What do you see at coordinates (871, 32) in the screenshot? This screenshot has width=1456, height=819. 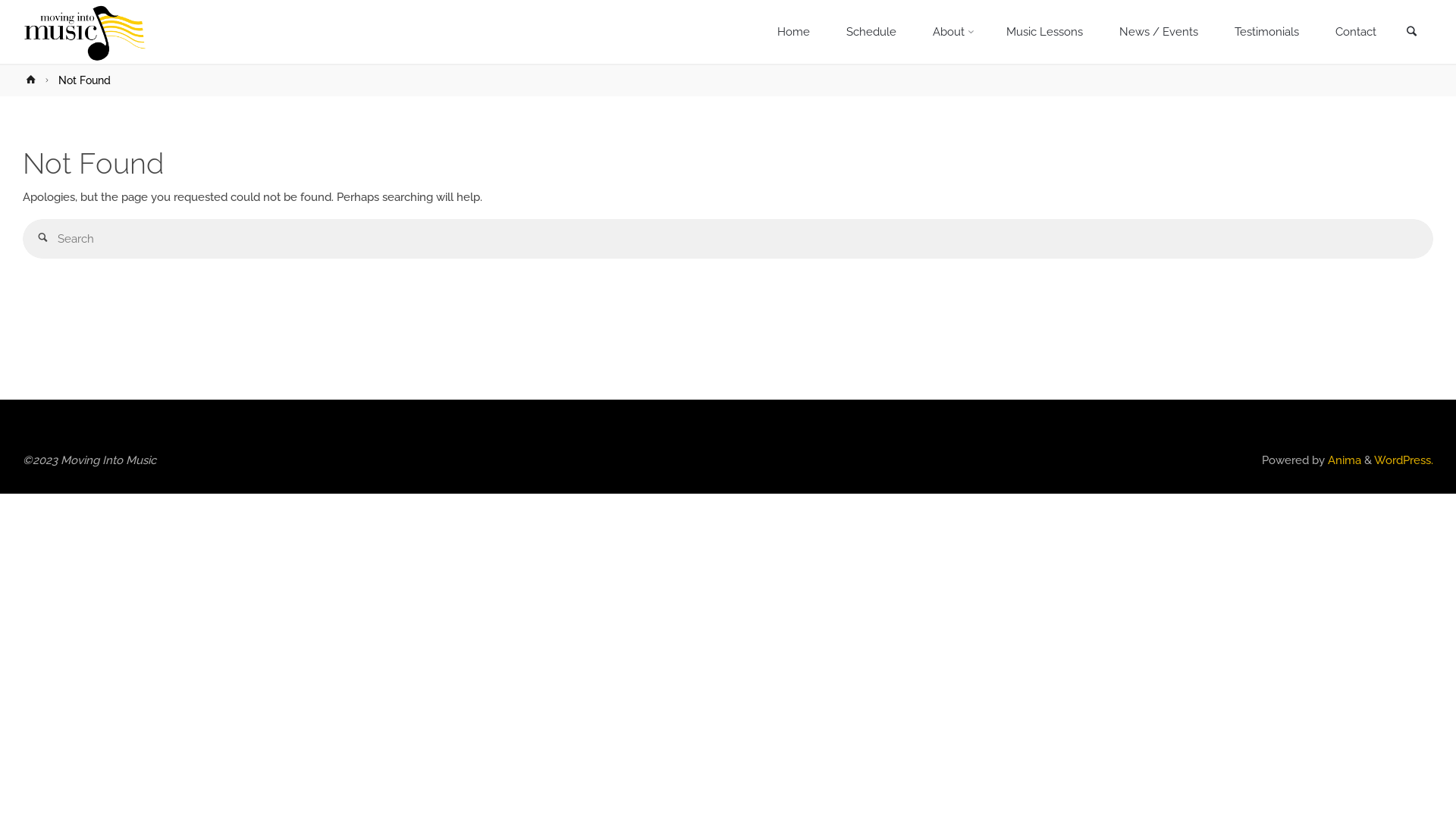 I see `'Schedule'` at bounding box center [871, 32].